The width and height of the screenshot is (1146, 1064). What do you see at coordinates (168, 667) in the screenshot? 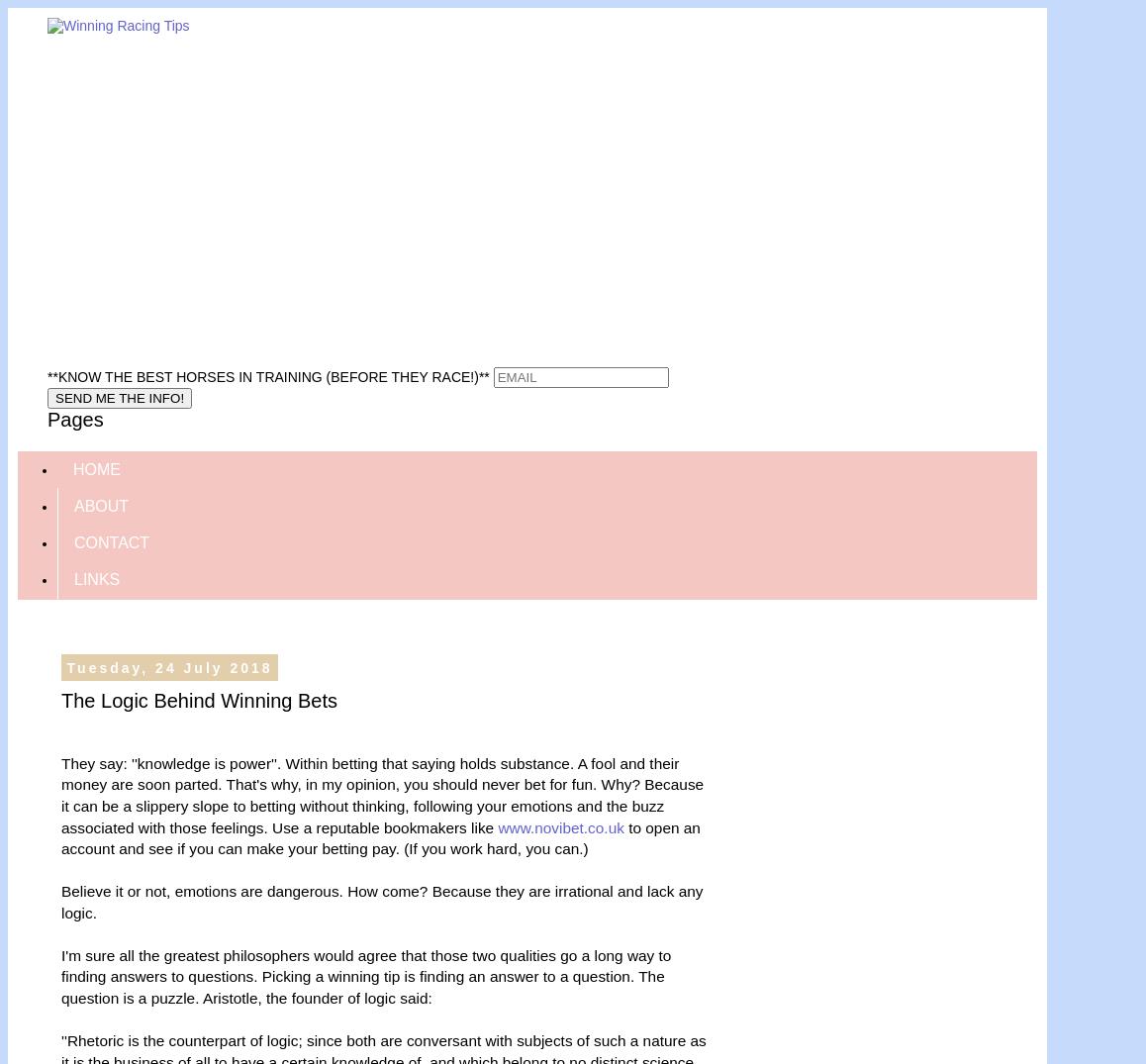
I see `'Tuesday, 24 July 2018'` at bounding box center [168, 667].